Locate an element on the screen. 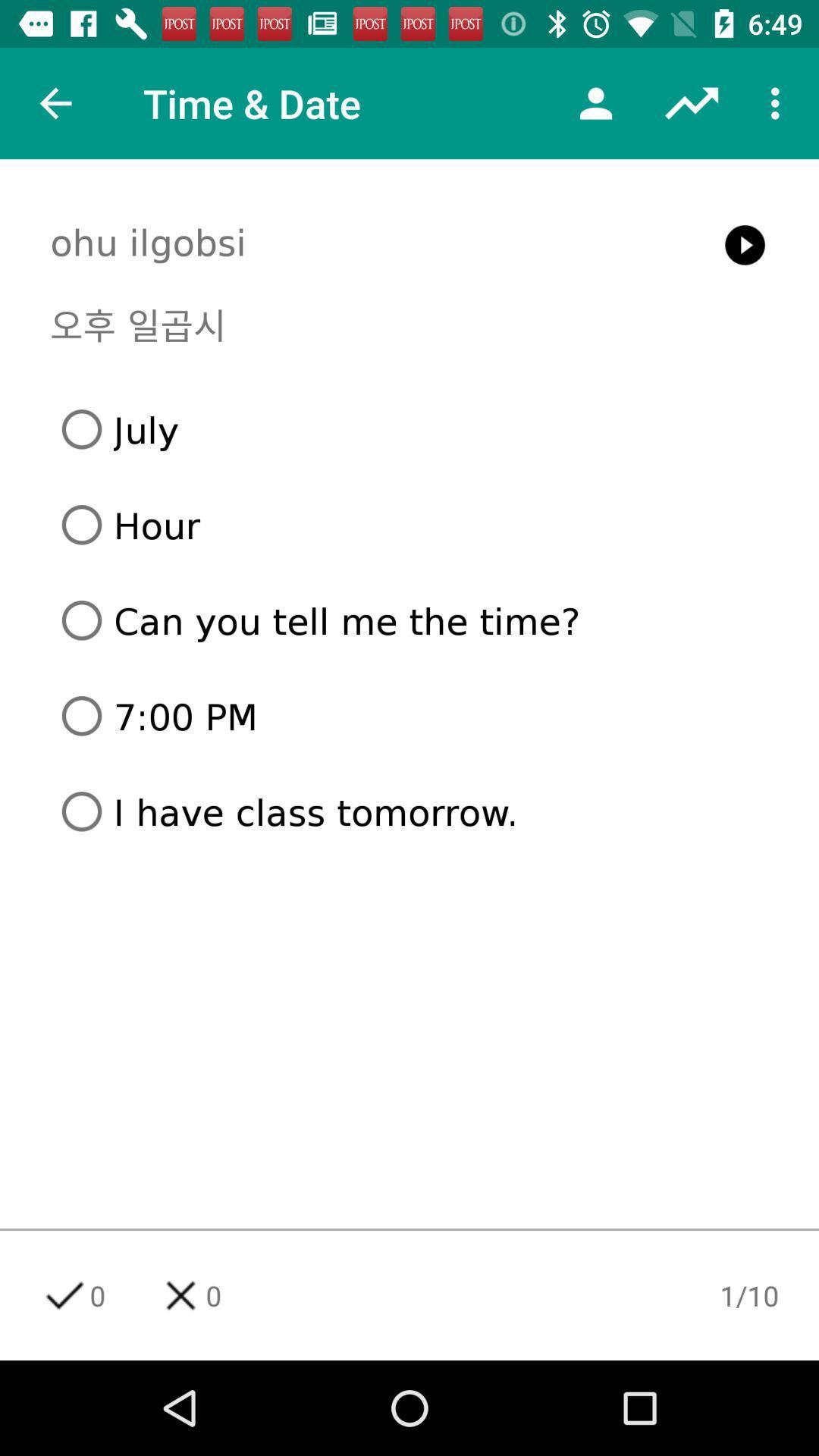 The image size is (819, 1456). the 7:00 pm icon is located at coordinates (415, 715).